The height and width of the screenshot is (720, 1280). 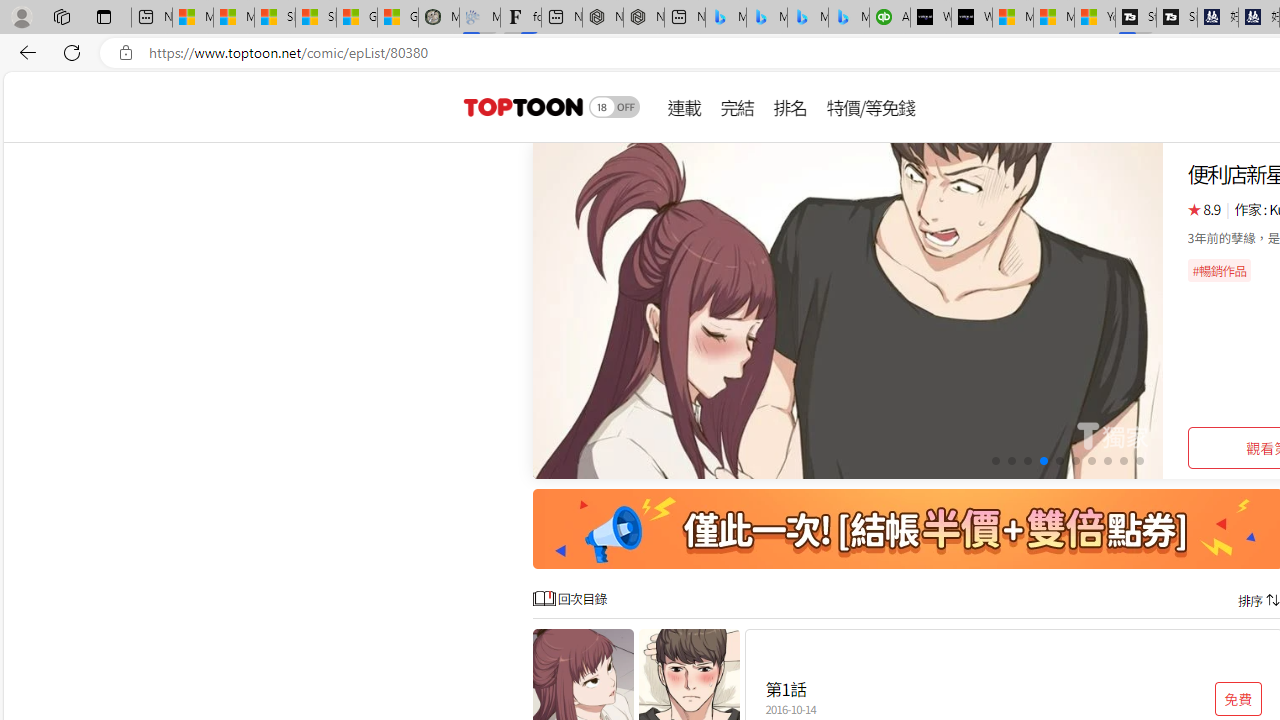 What do you see at coordinates (848, 311) in the screenshot?
I see `'Class: swiper-slide swiper-slide-active'` at bounding box center [848, 311].